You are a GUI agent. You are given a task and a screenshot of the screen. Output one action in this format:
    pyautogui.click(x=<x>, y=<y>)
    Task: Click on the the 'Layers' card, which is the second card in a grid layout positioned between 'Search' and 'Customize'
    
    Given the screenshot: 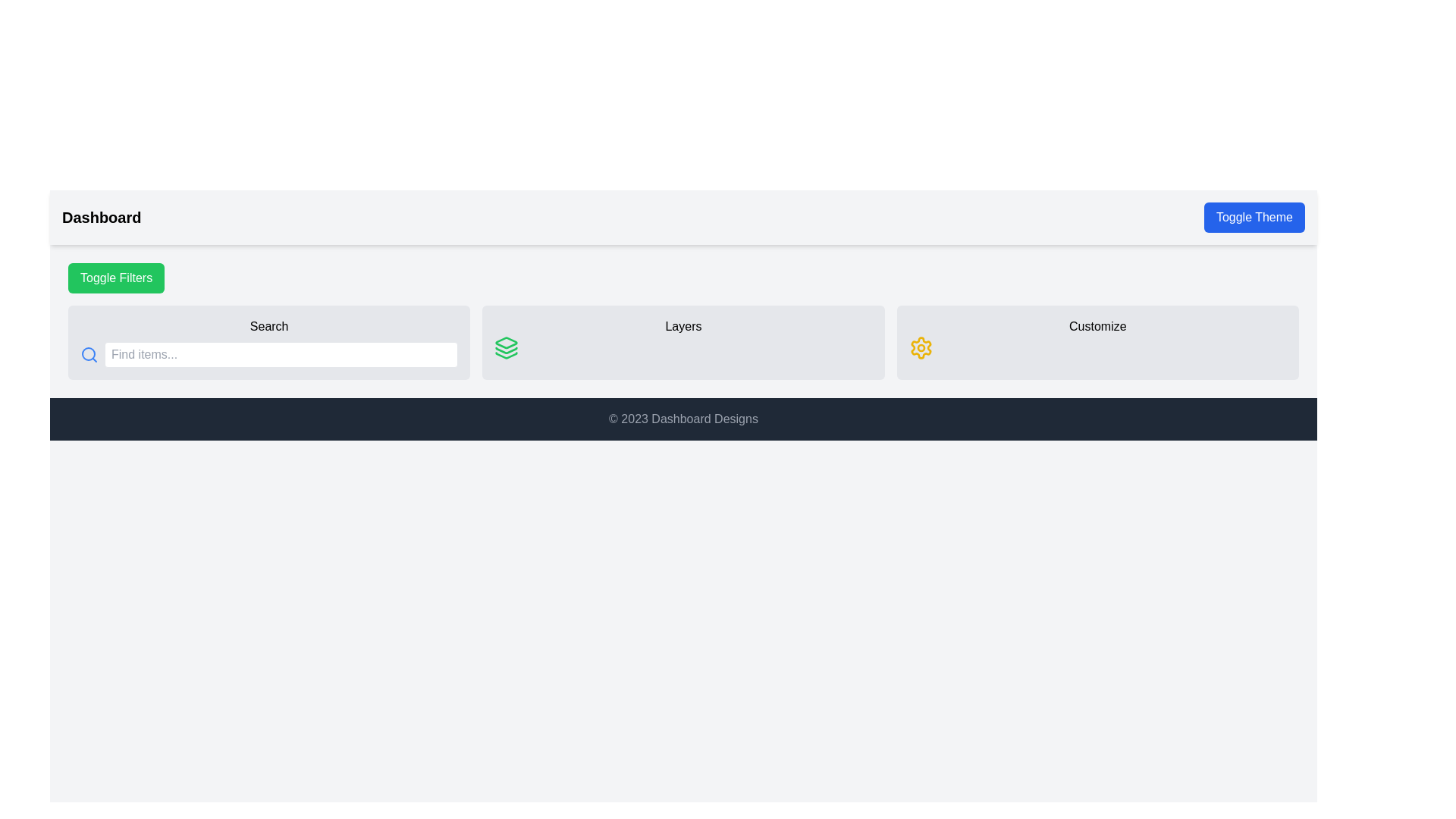 What is the action you would take?
    pyautogui.click(x=682, y=342)
    